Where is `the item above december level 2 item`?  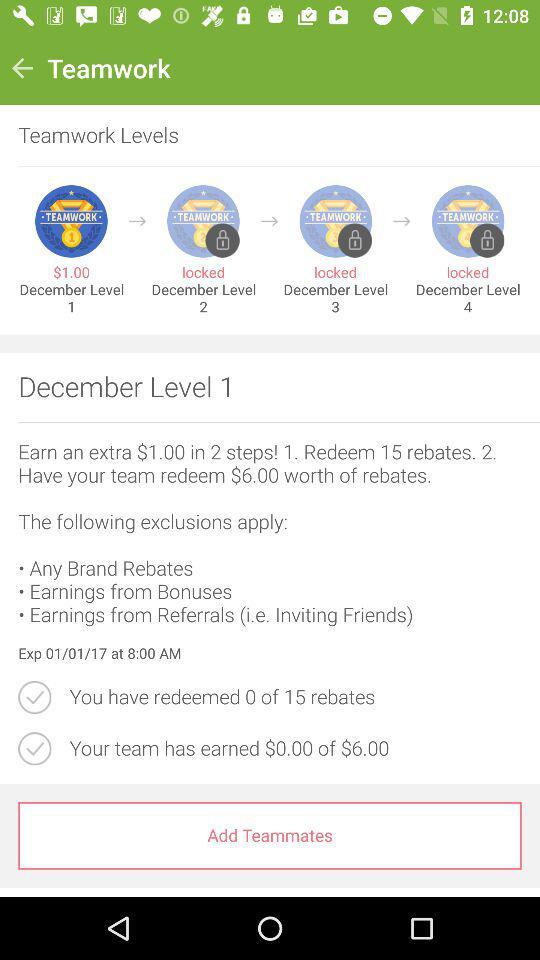
the item above december level 2 item is located at coordinates (269, 221).